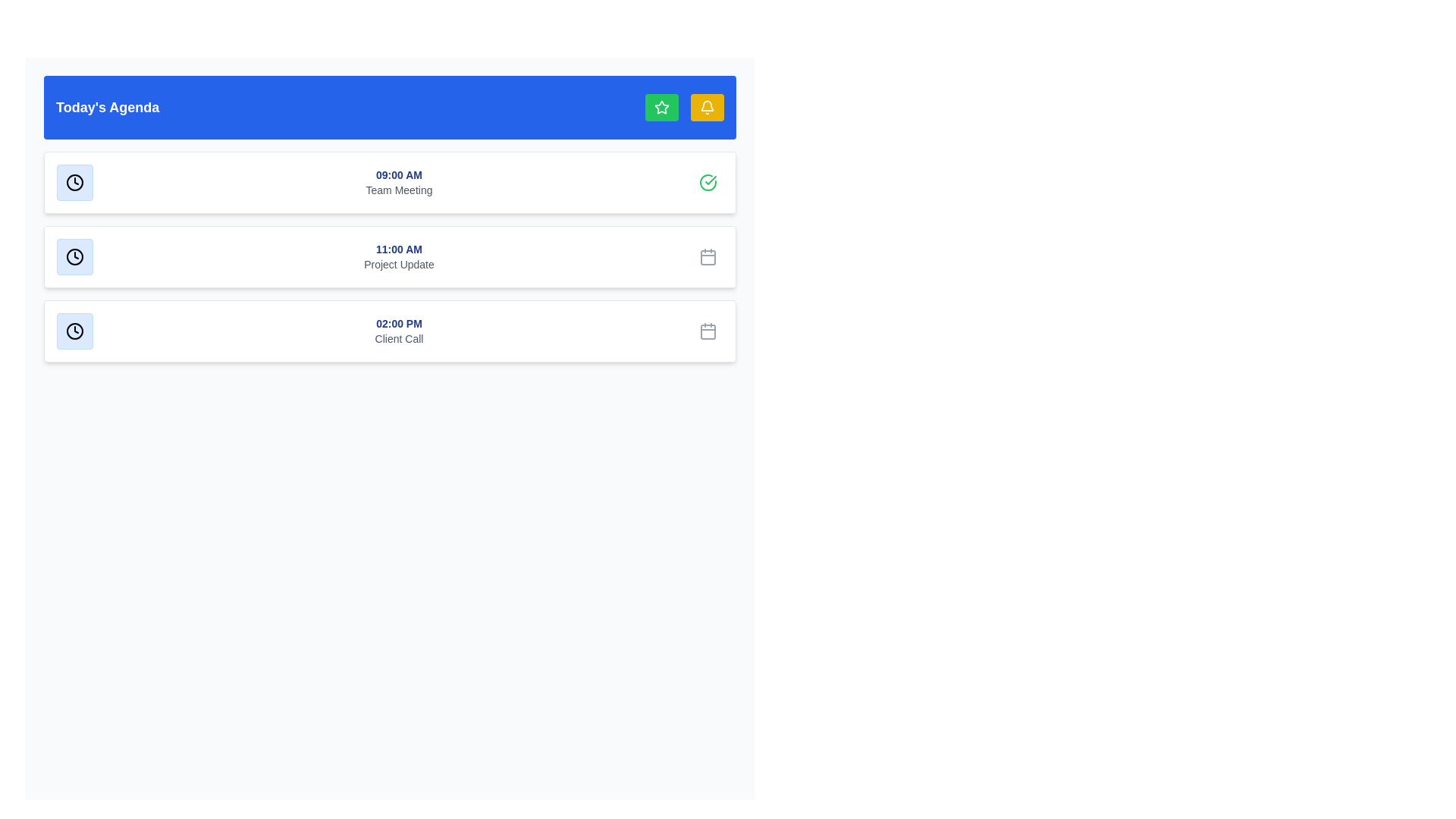 The height and width of the screenshot is (819, 1456). Describe the element at coordinates (708, 330) in the screenshot. I see `the interactive button associated with the '02:00 PM Client Call' event` at that location.